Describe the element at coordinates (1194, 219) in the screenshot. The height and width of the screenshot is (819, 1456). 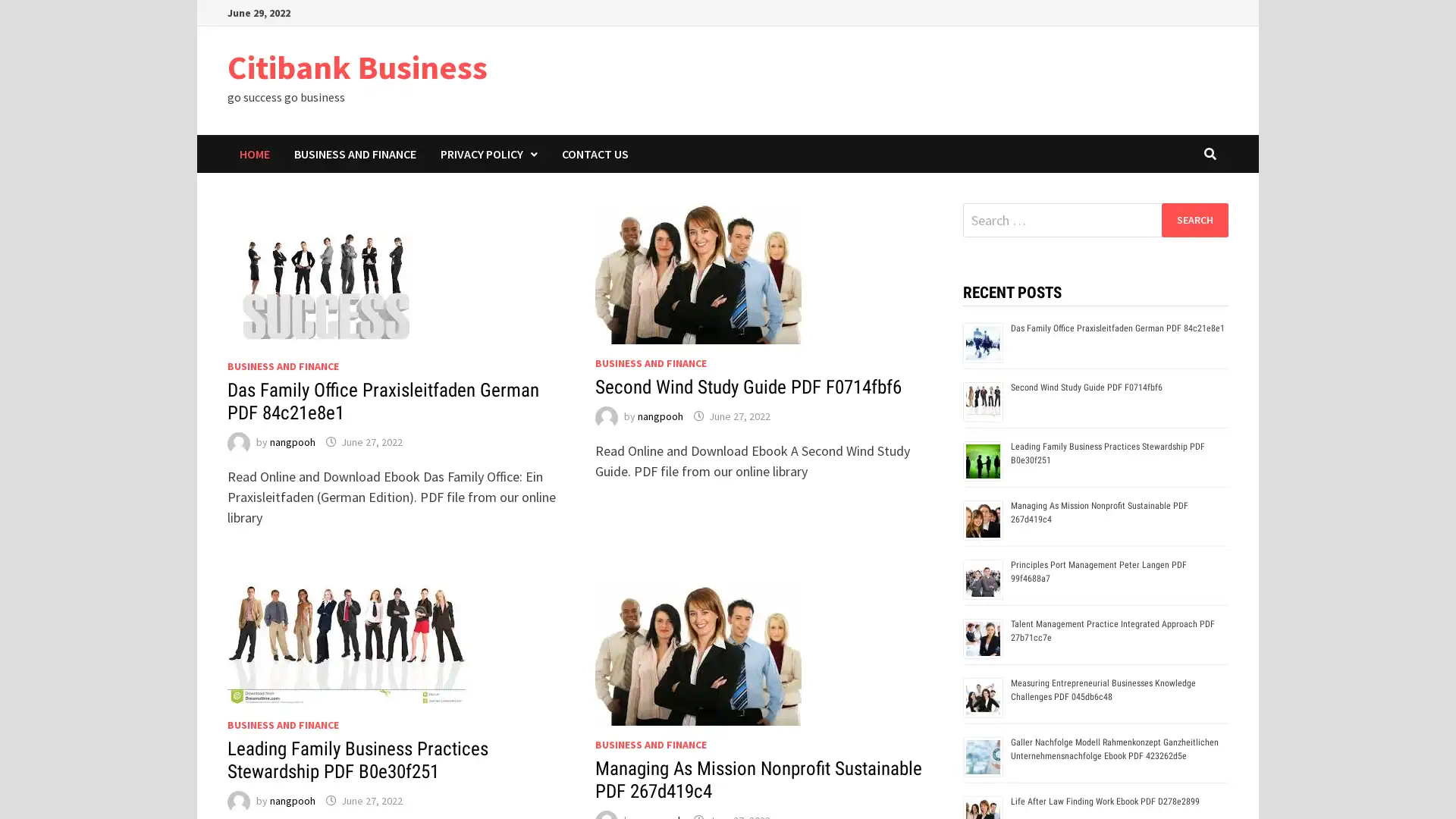
I see `Search` at that location.